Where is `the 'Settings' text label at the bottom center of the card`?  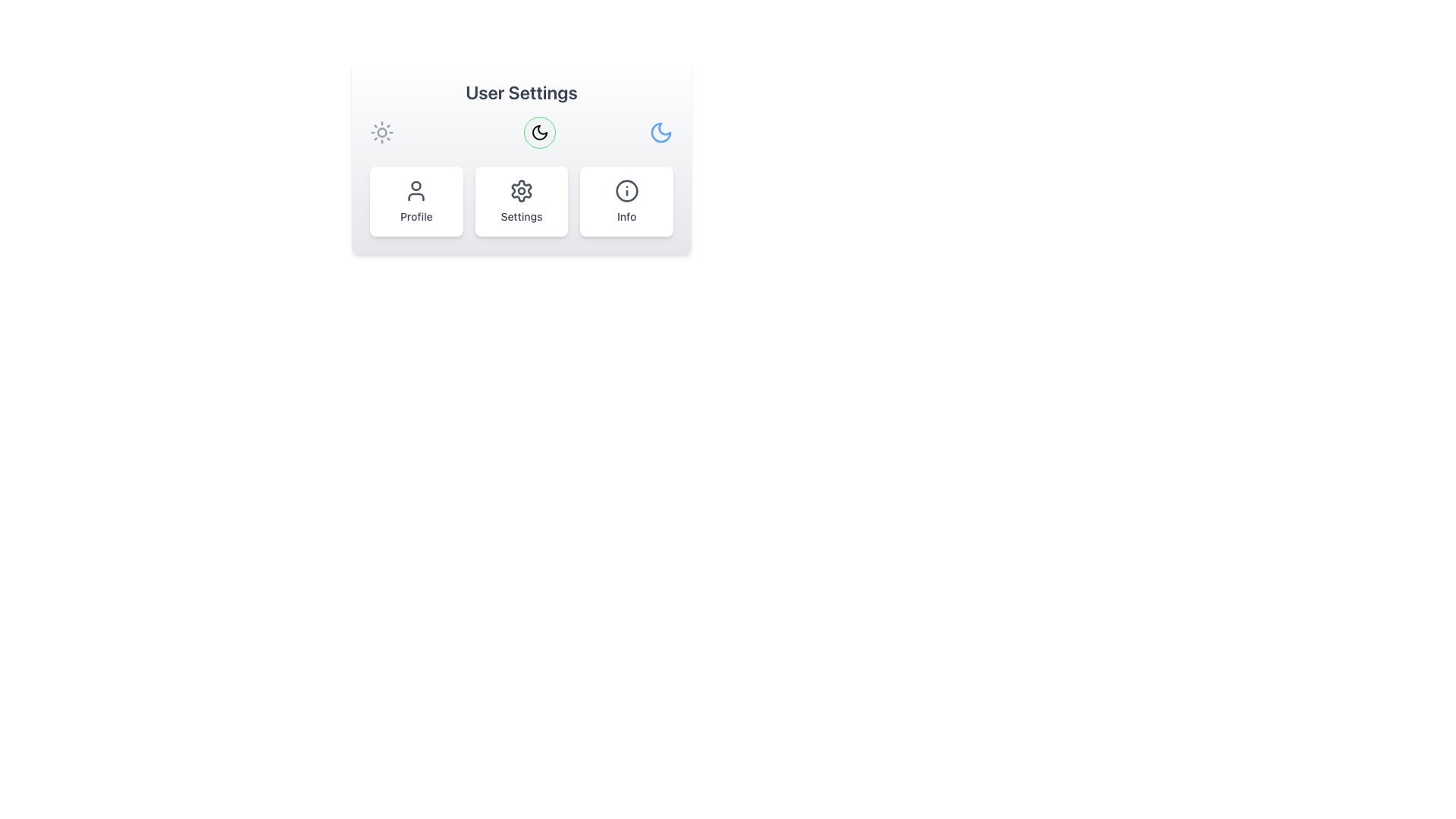
the 'Settings' text label at the bottom center of the card is located at coordinates (521, 216).